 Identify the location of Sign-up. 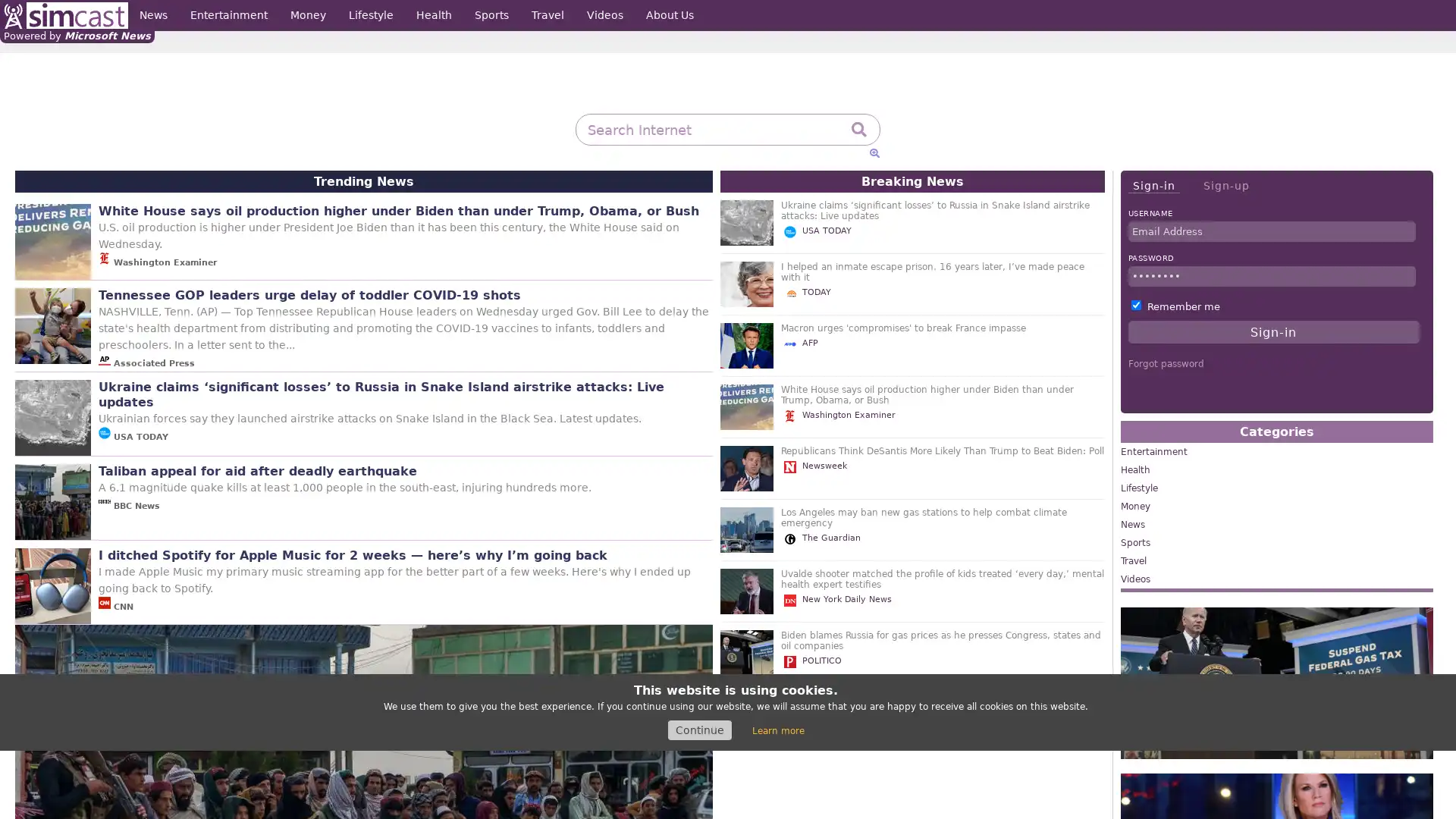
(1225, 185).